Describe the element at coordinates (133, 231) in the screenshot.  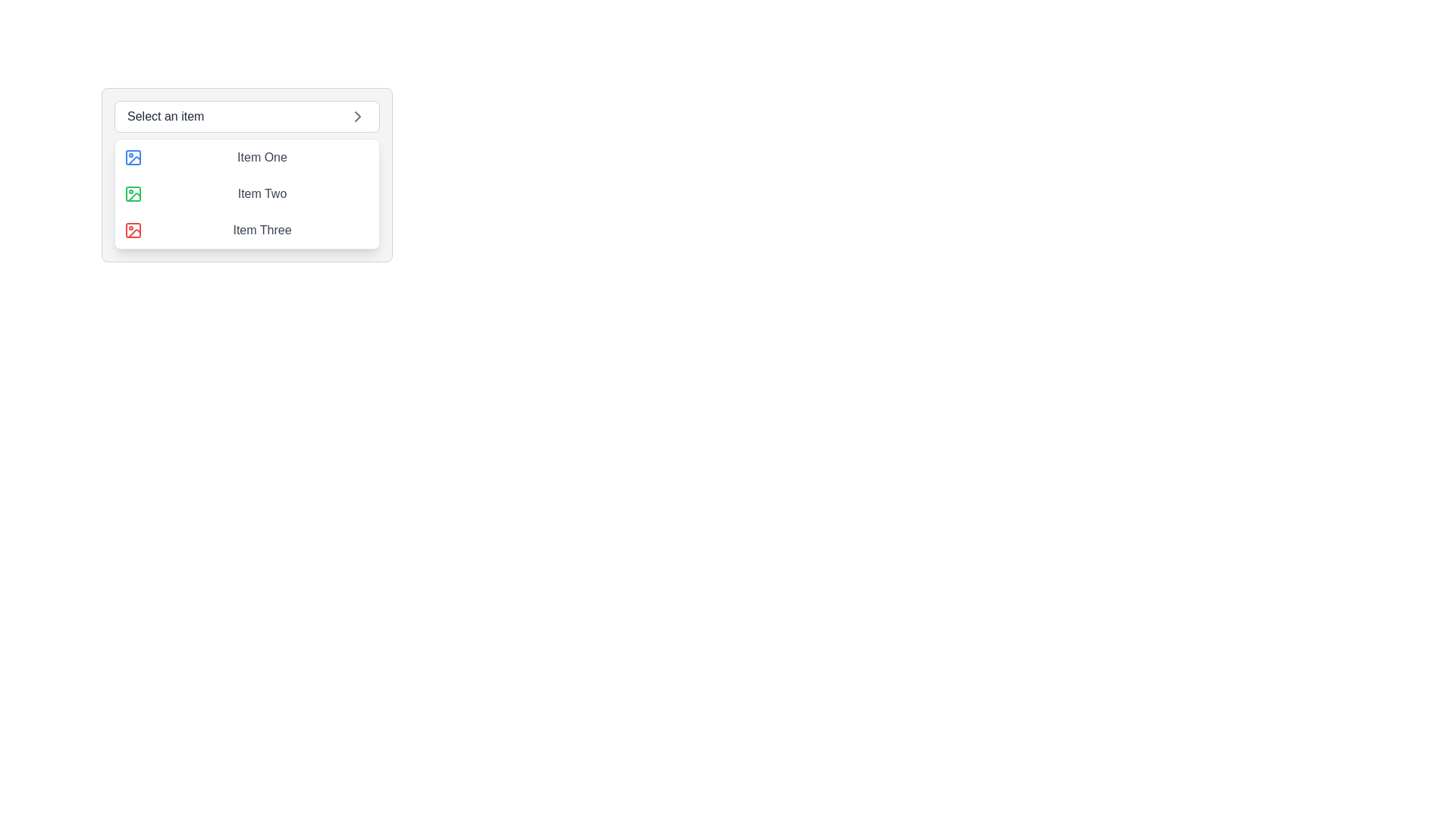
I see `the small, square-shaped image icon with a red stroke-style drawing of a mountain, located to the left of the 'Item Three' option in the dropdown menu` at that location.